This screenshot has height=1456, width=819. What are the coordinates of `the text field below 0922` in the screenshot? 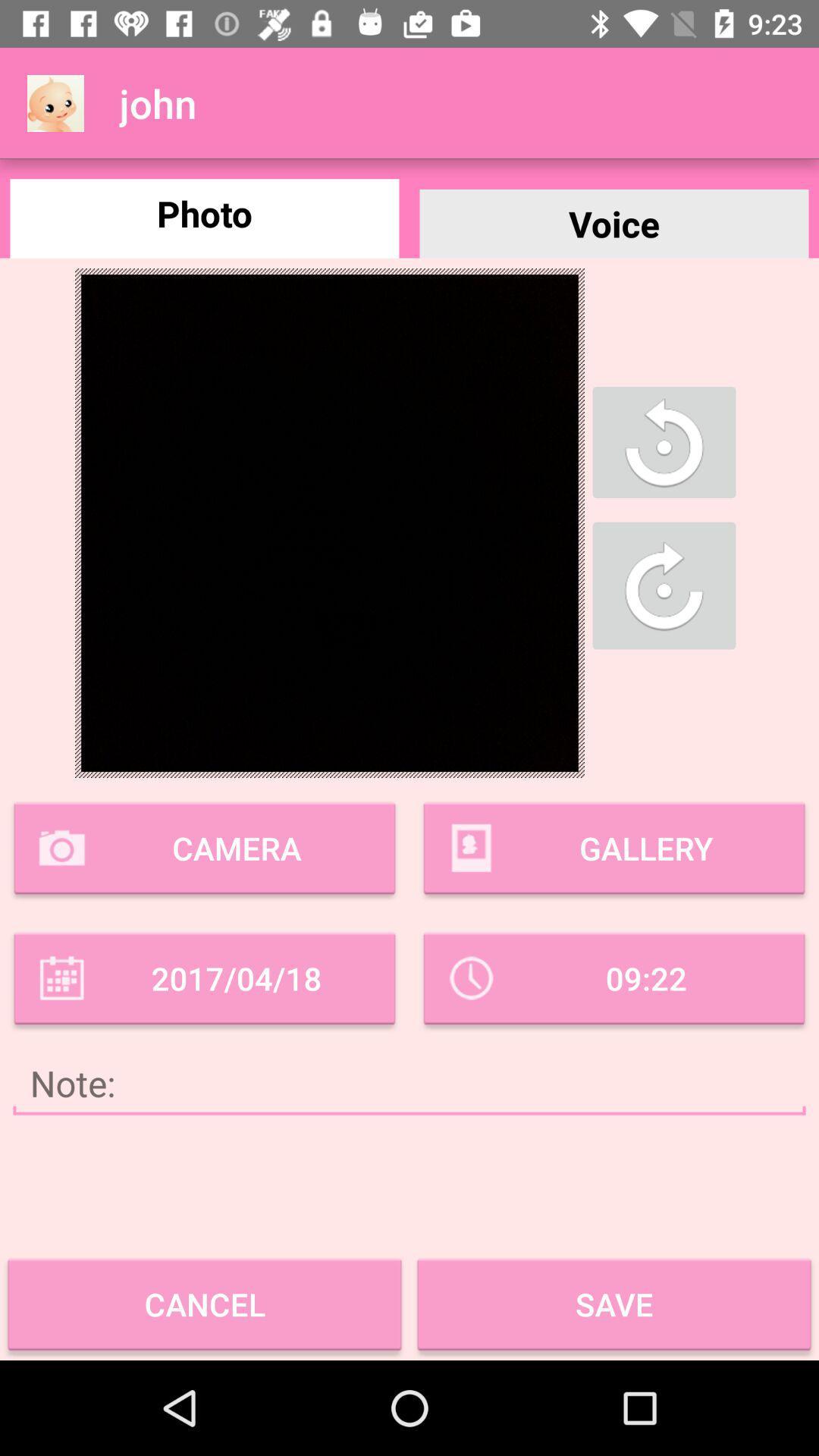 It's located at (409, 1083).